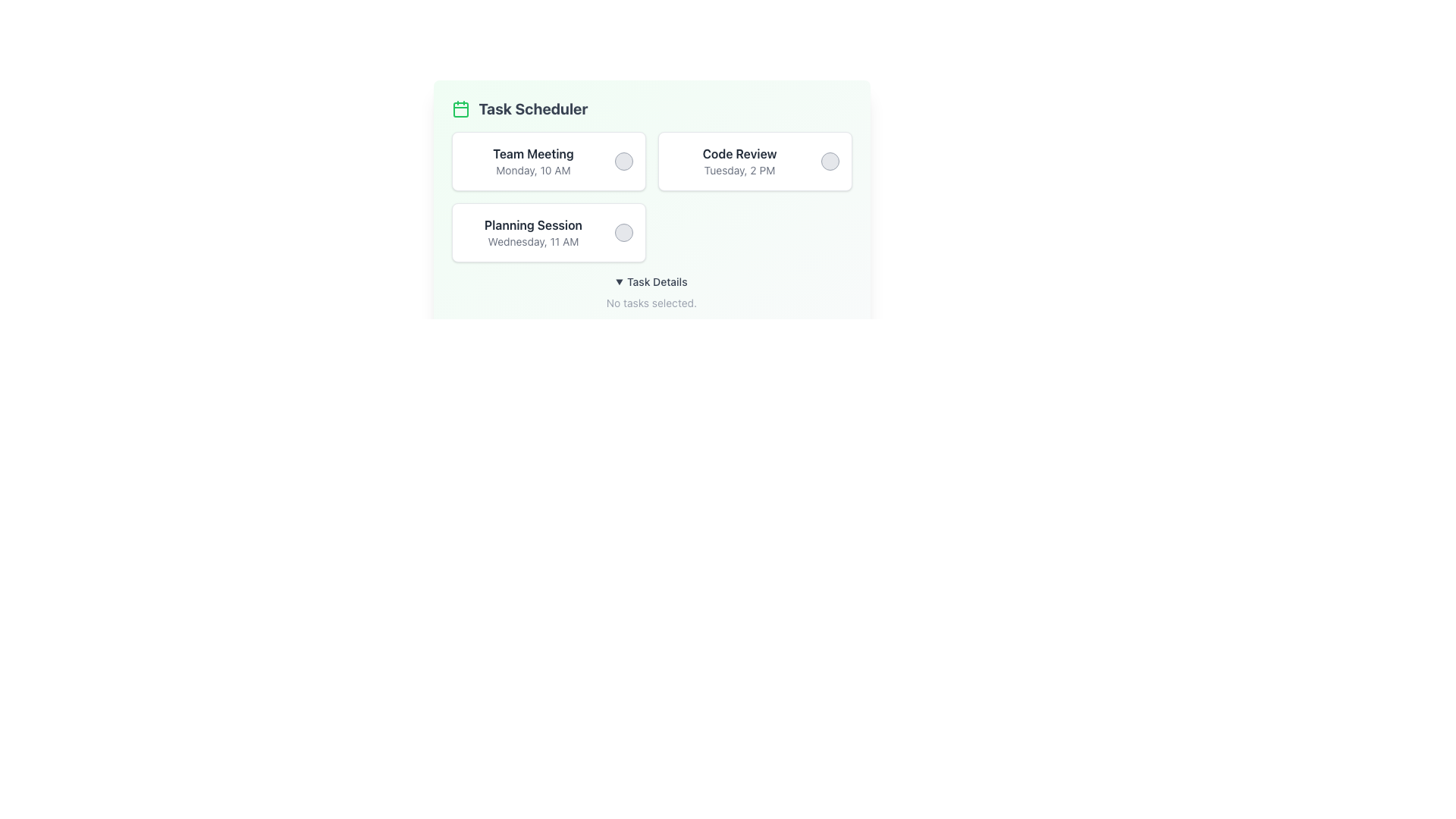 The image size is (1456, 819). What do you see at coordinates (739, 170) in the screenshot?
I see `scheduling information text label located below the 'Code Review' text, which conveys the timing details of a specific task or event` at bounding box center [739, 170].